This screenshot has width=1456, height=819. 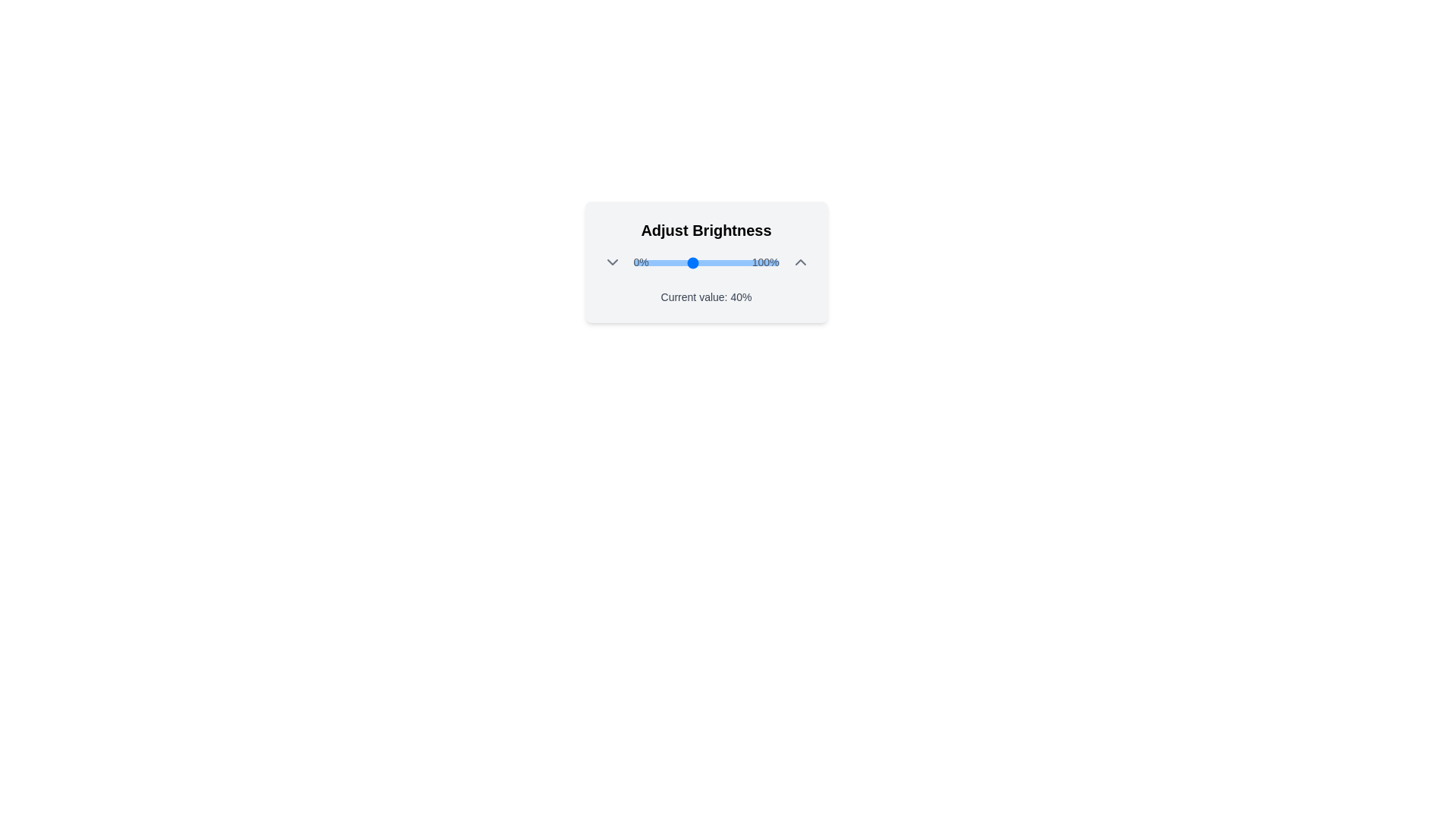 I want to click on brightness, so click(x=777, y=262).